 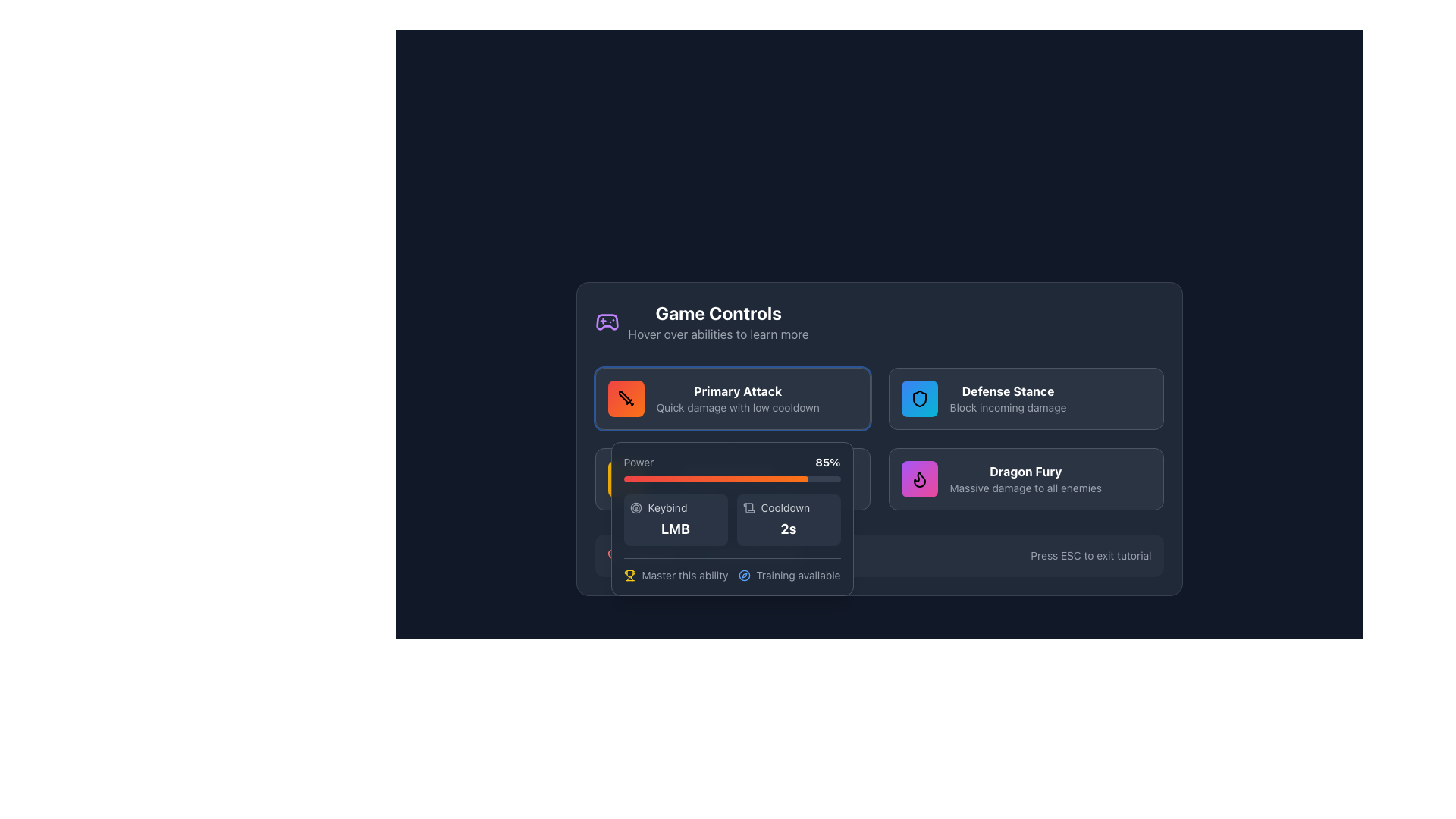 What do you see at coordinates (732, 570) in the screenshot?
I see `text from the informational banner or label located at the bottom of the card, which includes 'Master this ability' and 'Training available'` at bounding box center [732, 570].